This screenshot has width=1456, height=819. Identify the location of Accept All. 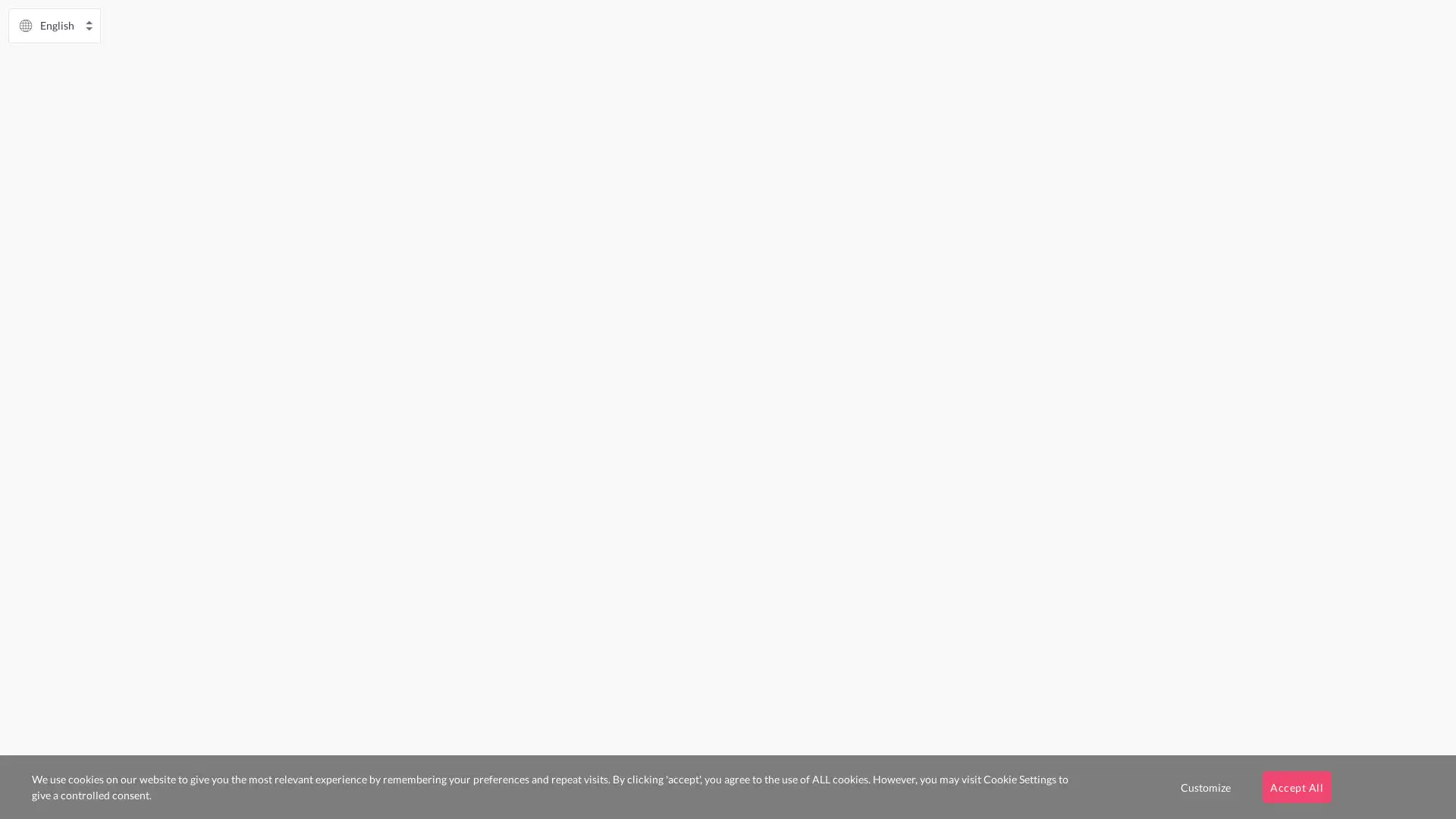
(1295, 786).